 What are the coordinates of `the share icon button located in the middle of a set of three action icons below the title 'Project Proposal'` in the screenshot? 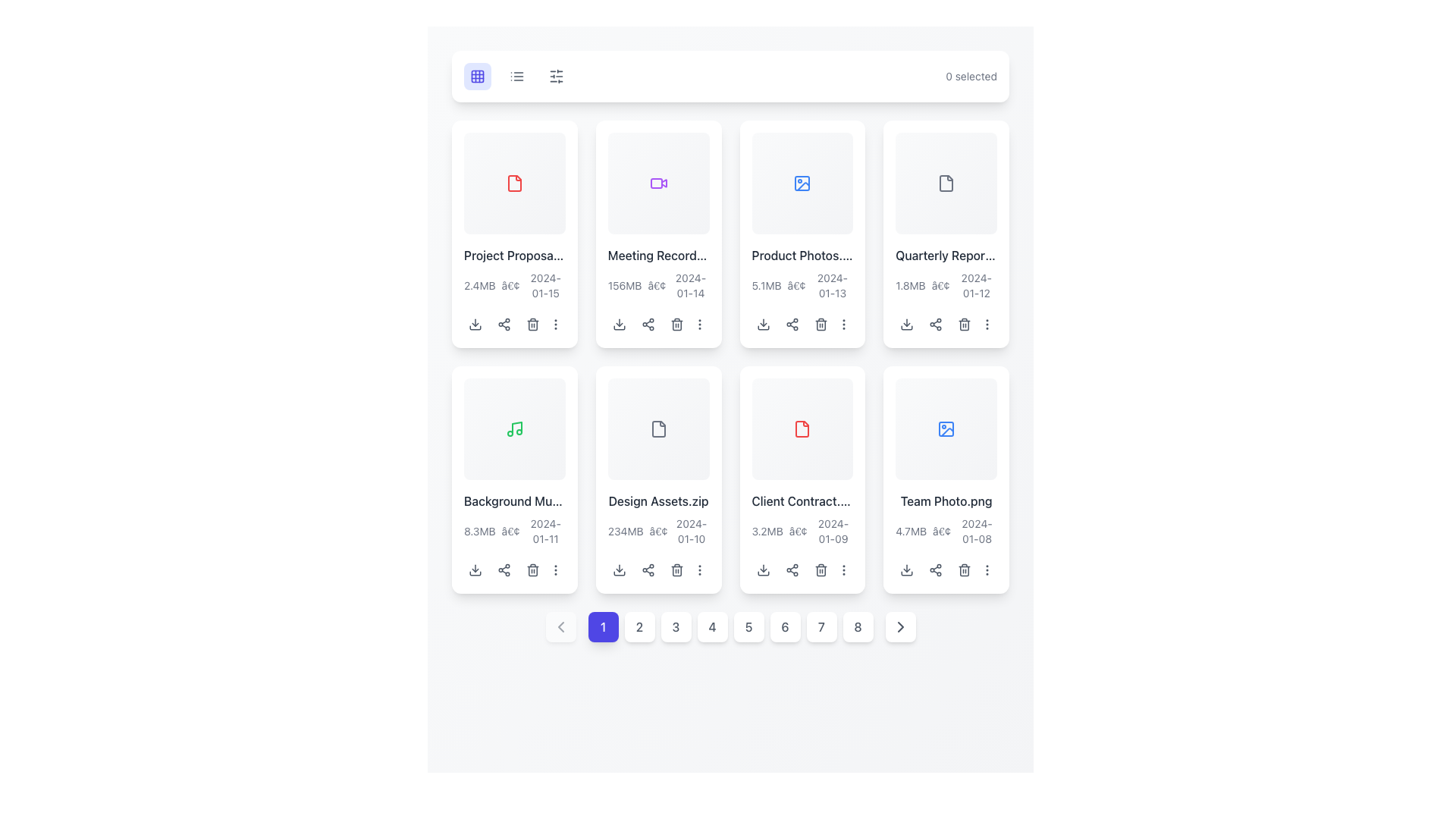 It's located at (504, 323).